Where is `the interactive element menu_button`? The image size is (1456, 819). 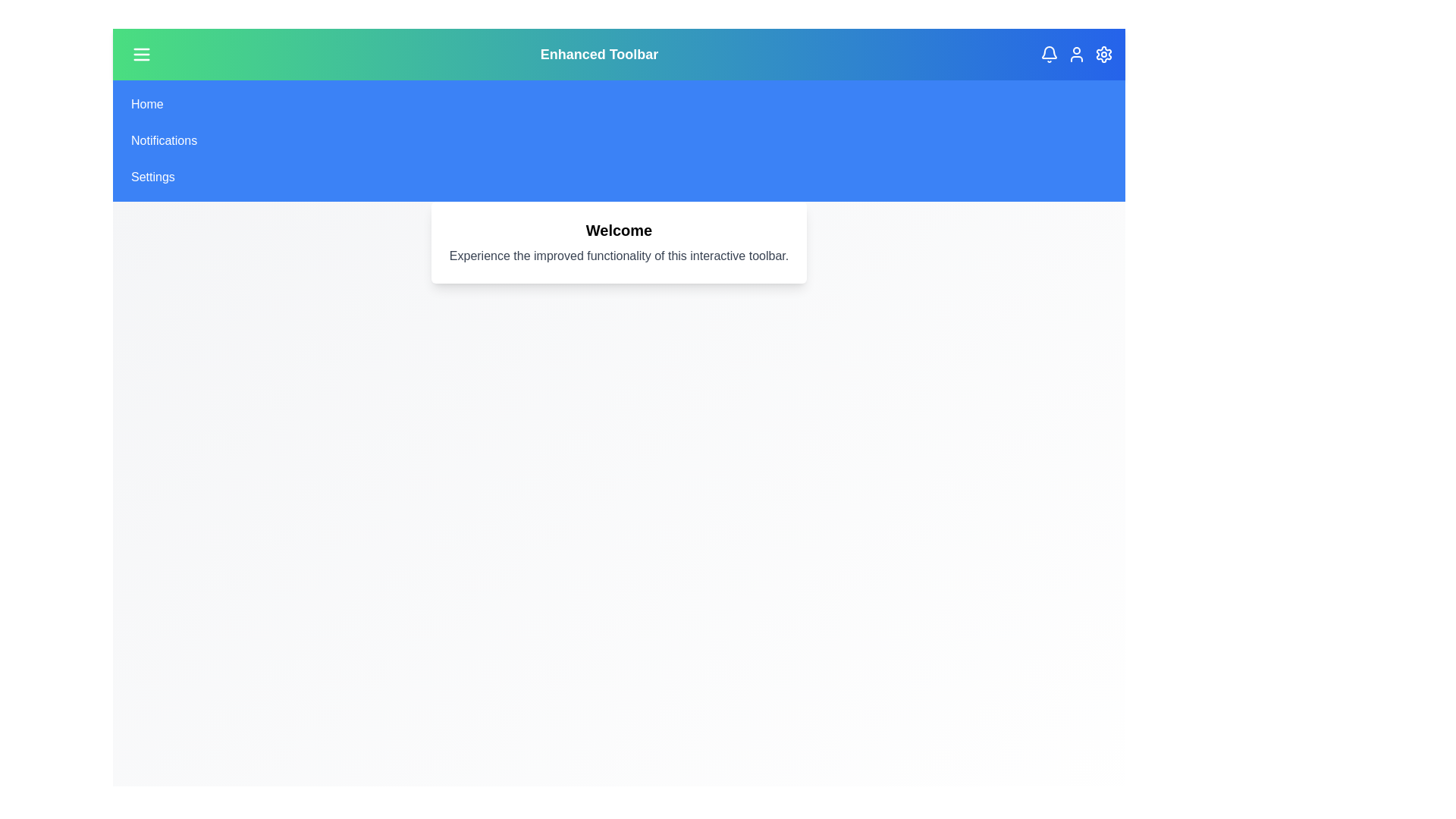
the interactive element menu_button is located at coordinates (142, 54).